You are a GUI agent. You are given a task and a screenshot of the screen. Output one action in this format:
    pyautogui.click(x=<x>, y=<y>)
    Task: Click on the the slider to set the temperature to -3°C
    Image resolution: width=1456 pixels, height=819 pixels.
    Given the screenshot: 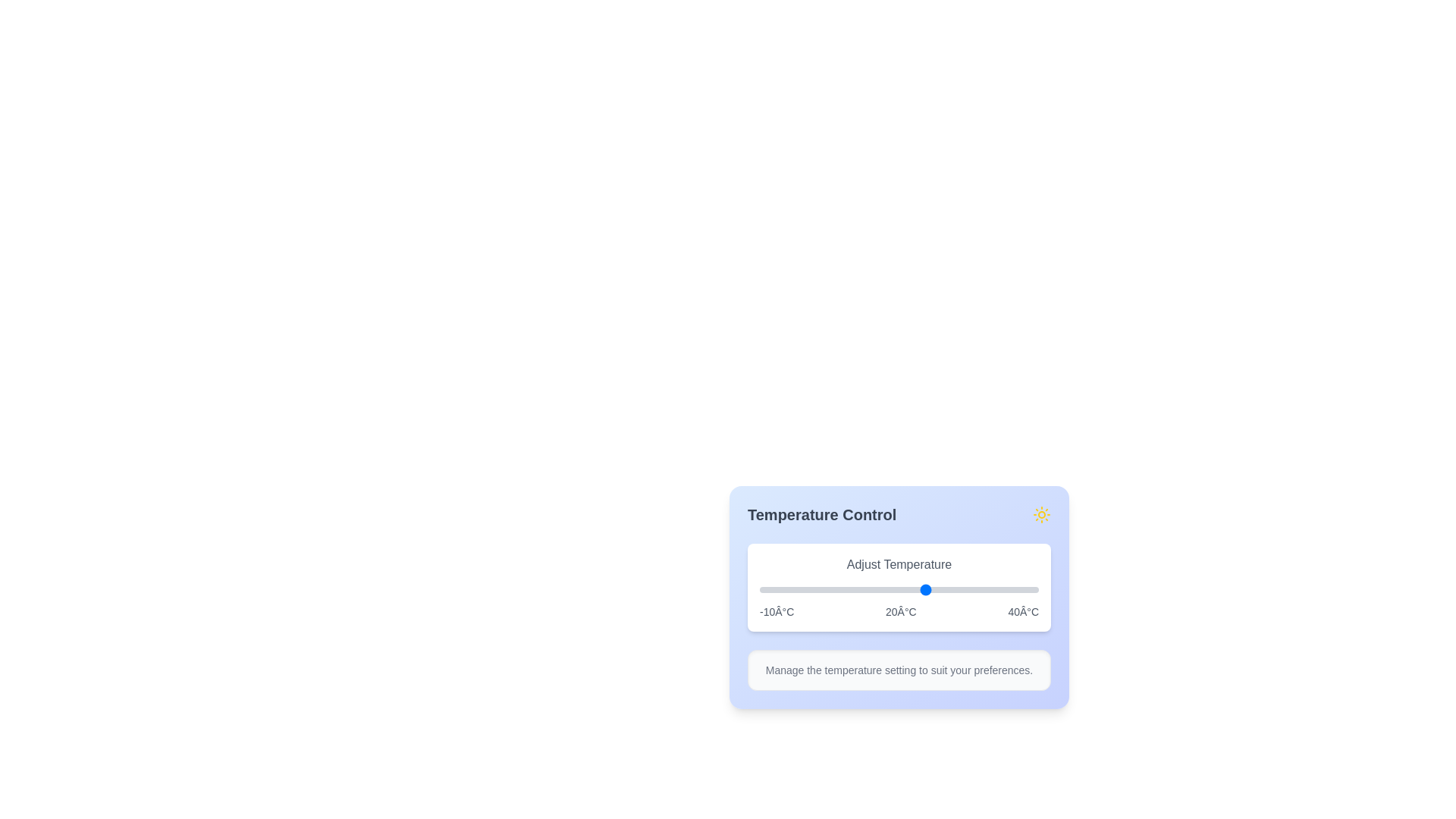 What is the action you would take?
    pyautogui.click(x=798, y=589)
    